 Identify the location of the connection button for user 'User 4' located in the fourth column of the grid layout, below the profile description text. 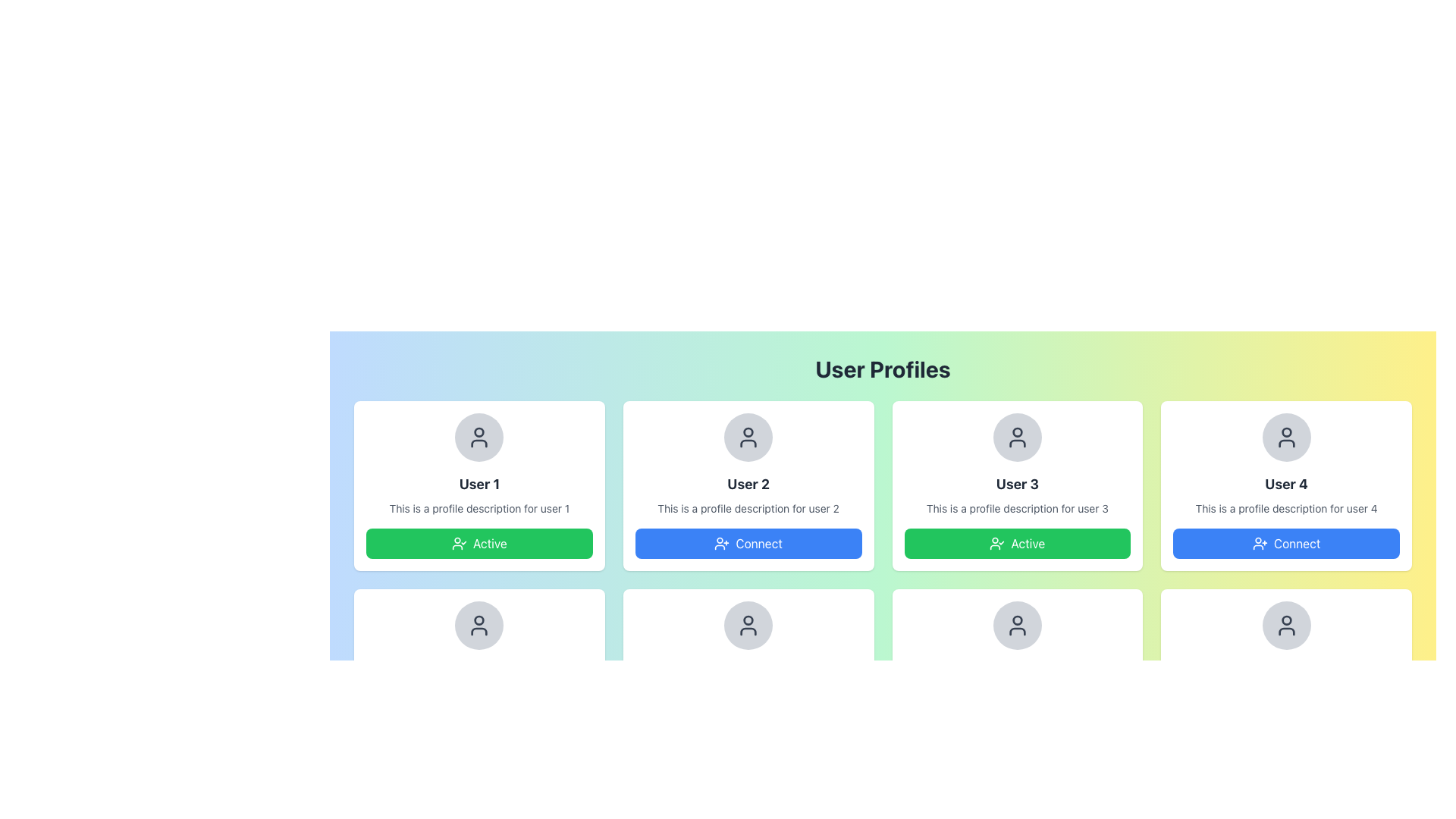
(1285, 543).